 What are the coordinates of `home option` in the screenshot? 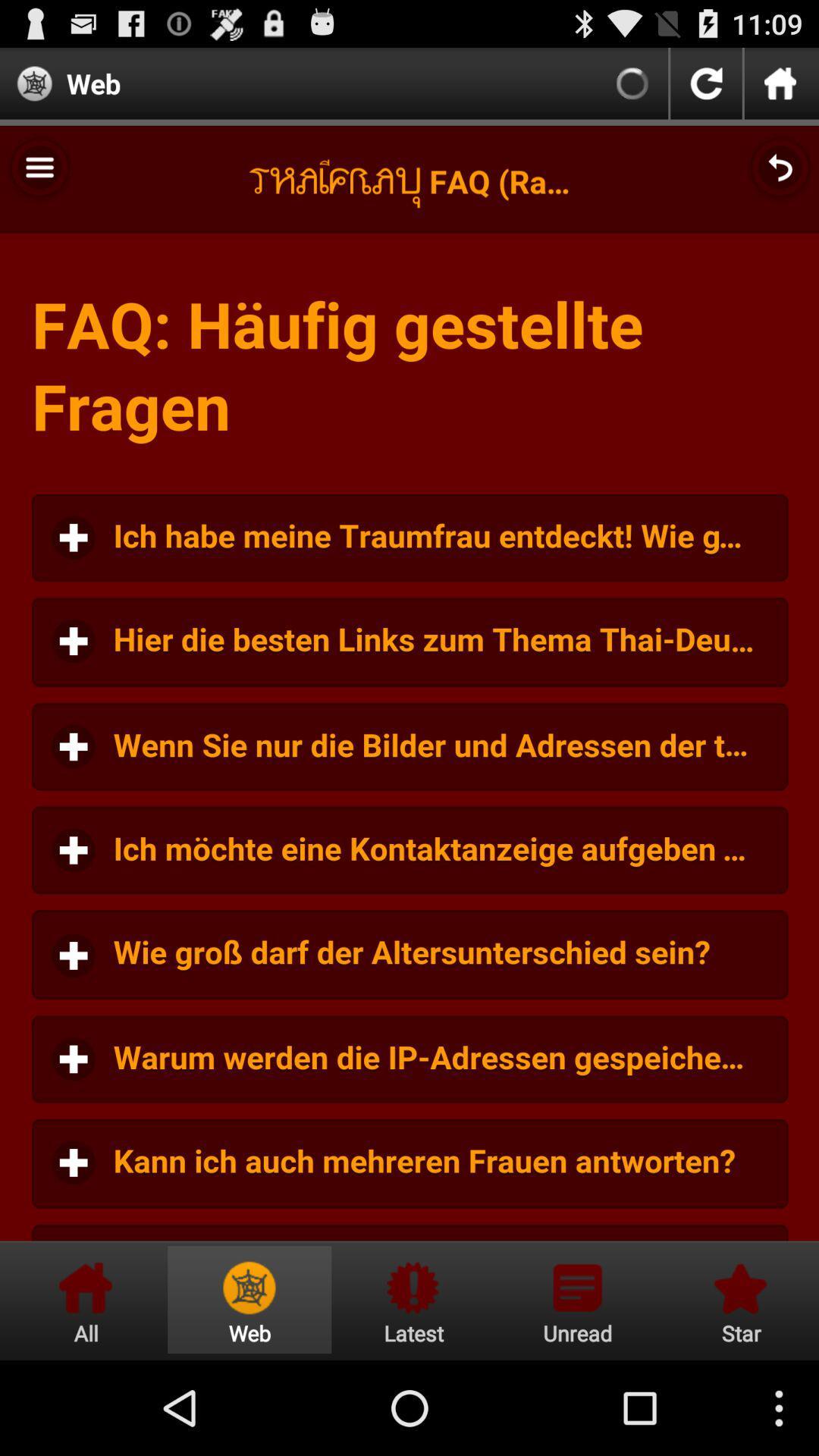 It's located at (86, 1299).